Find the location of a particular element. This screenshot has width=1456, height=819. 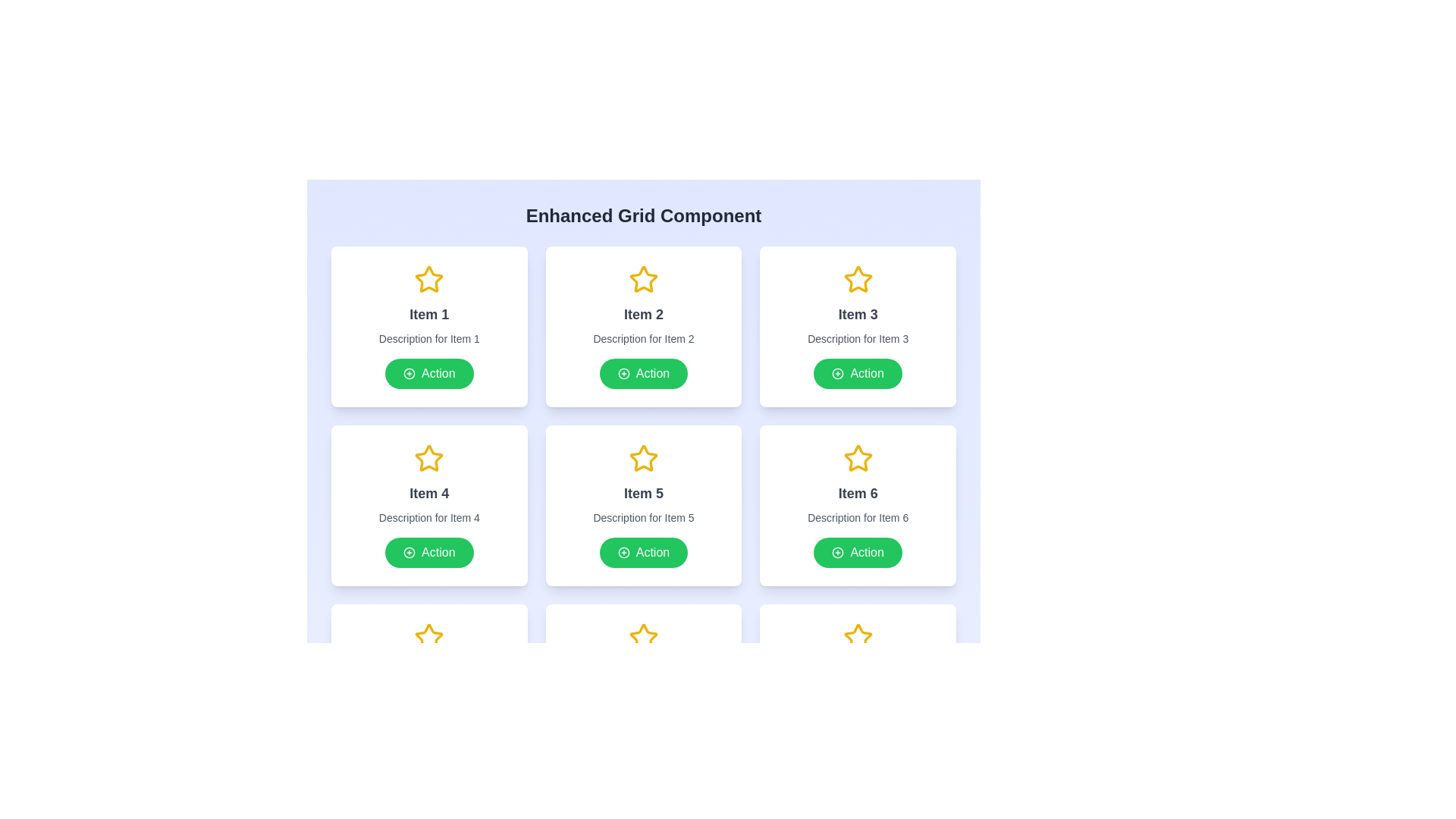

the textual label displaying 'Action' which is styled with white text on a green background, positioned to the right of a '+' icon inside a rounded button under 'Item 6' is located at coordinates (867, 553).